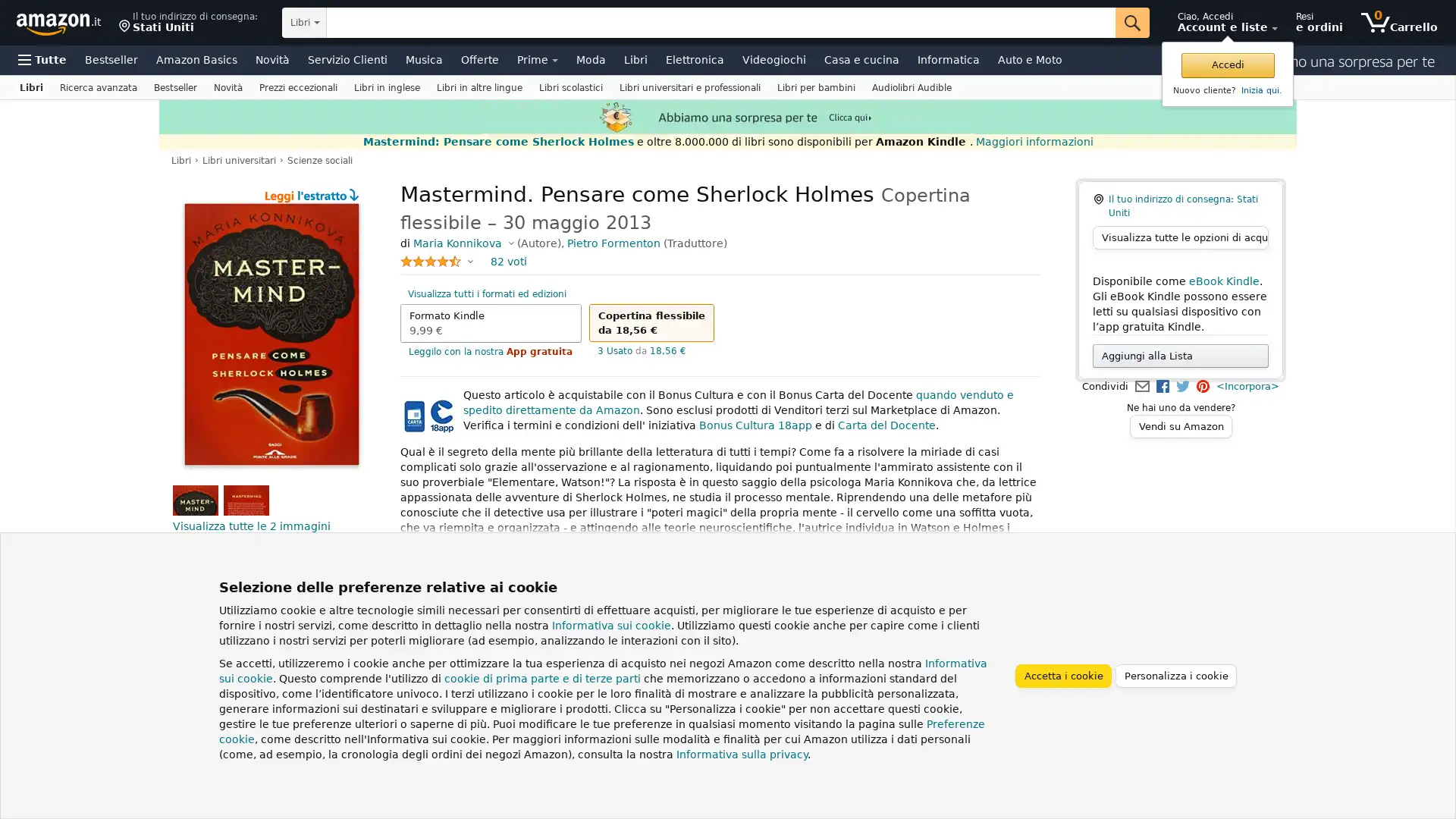 Image resolution: width=1456 pixels, height=819 pixels. What do you see at coordinates (435, 542) in the screenshot?
I see `Leggi di piu` at bounding box center [435, 542].